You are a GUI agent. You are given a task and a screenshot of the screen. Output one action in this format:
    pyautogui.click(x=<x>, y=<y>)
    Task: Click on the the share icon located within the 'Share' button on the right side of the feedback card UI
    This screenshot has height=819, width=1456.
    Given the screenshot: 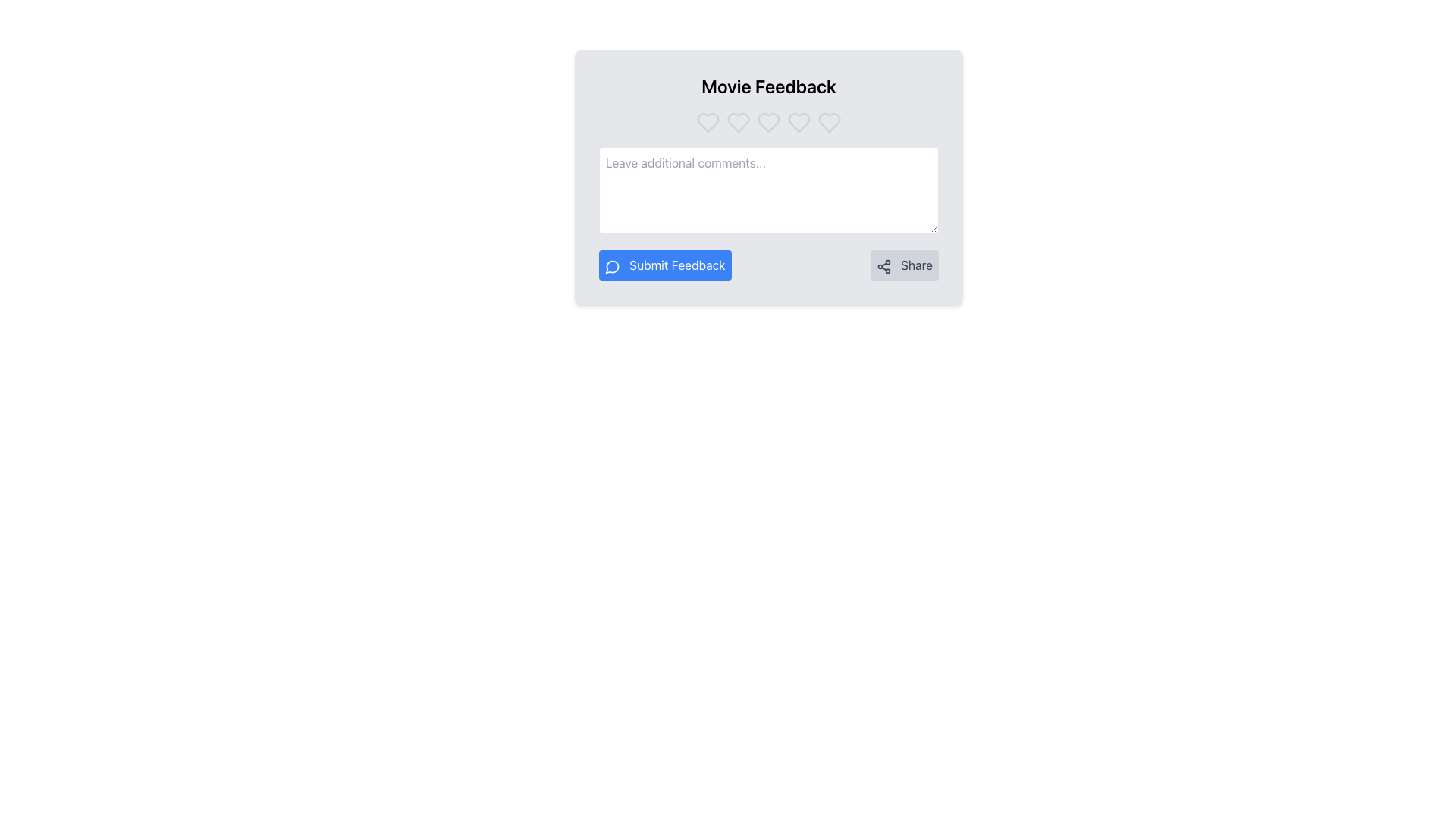 What is the action you would take?
    pyautogui.click(x=884, y=265)
    